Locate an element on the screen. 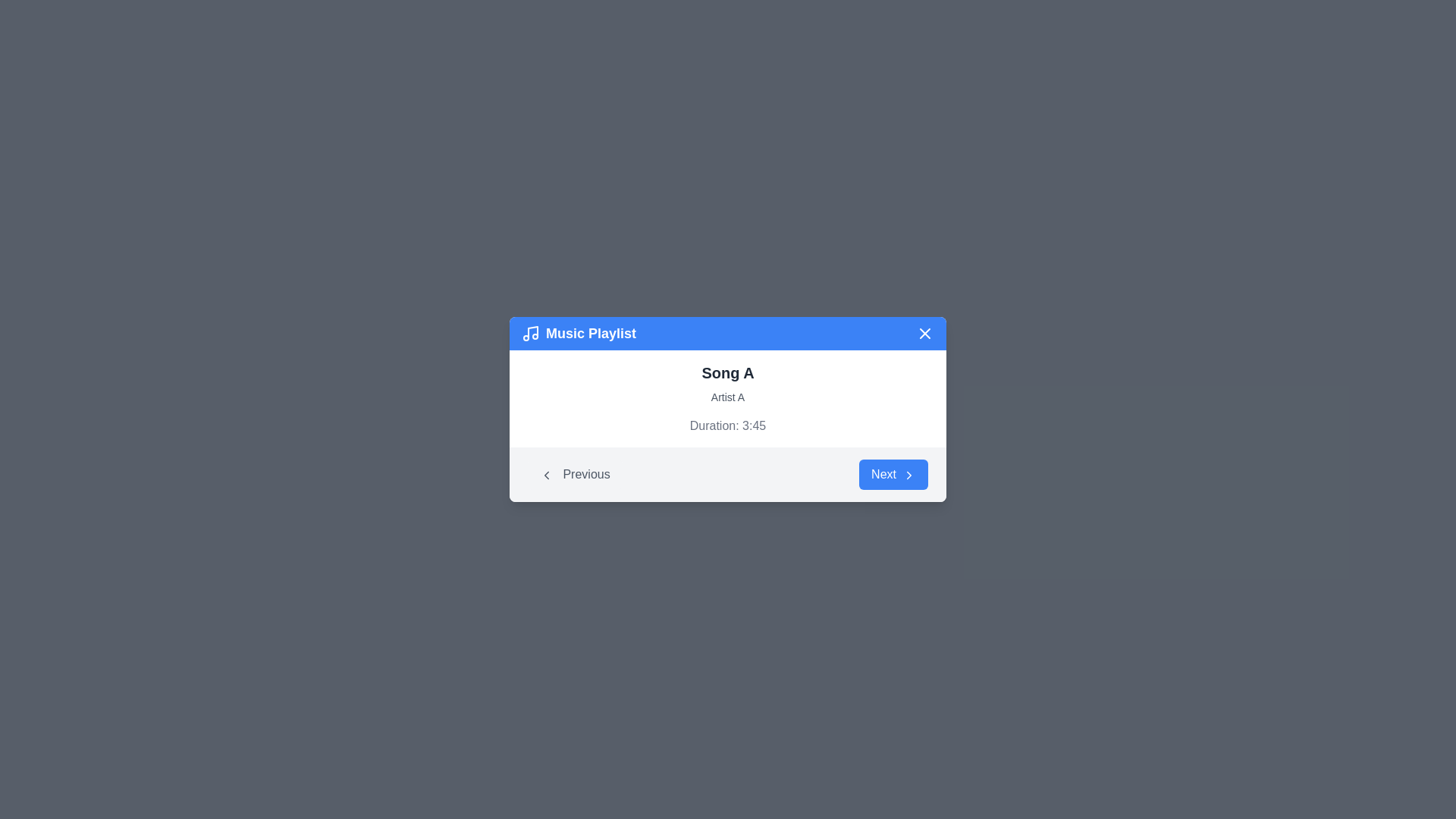 This screenshot has height=819, width=1456. the chevron icon located within the 'Previous' button in the bottom-left area of the interface dialog is located at coordinates (546, 473).